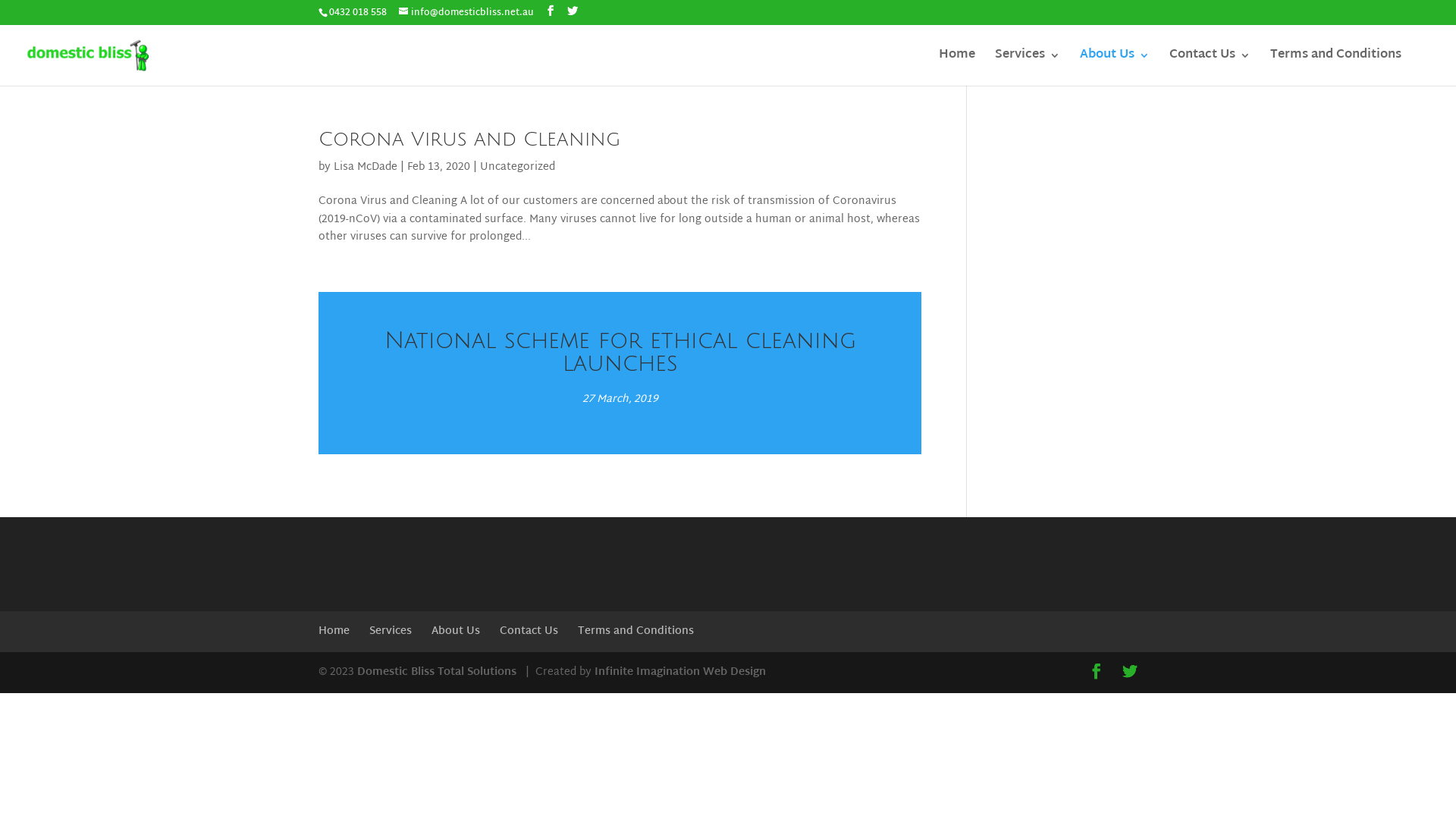 The width and height of the screenshot is (1456, 819). Describe the element at coordinates (529, 631) in the screenshot. I see `'Contact Us'` at that location.